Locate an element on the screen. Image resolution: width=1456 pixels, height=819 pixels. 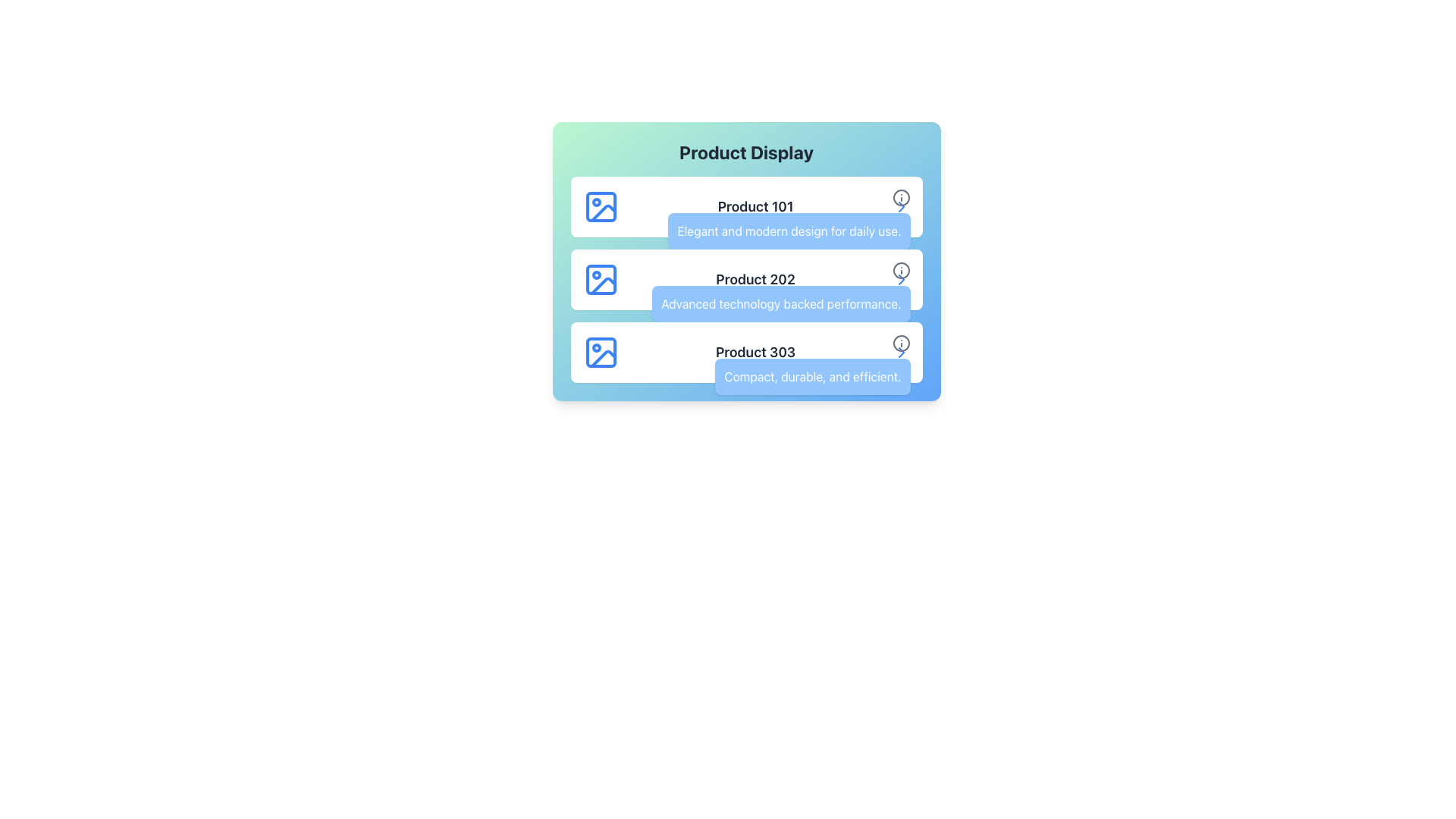
the information icon located at the top-right corner of the 'Product 303' box is located at coordinates (901, 343).